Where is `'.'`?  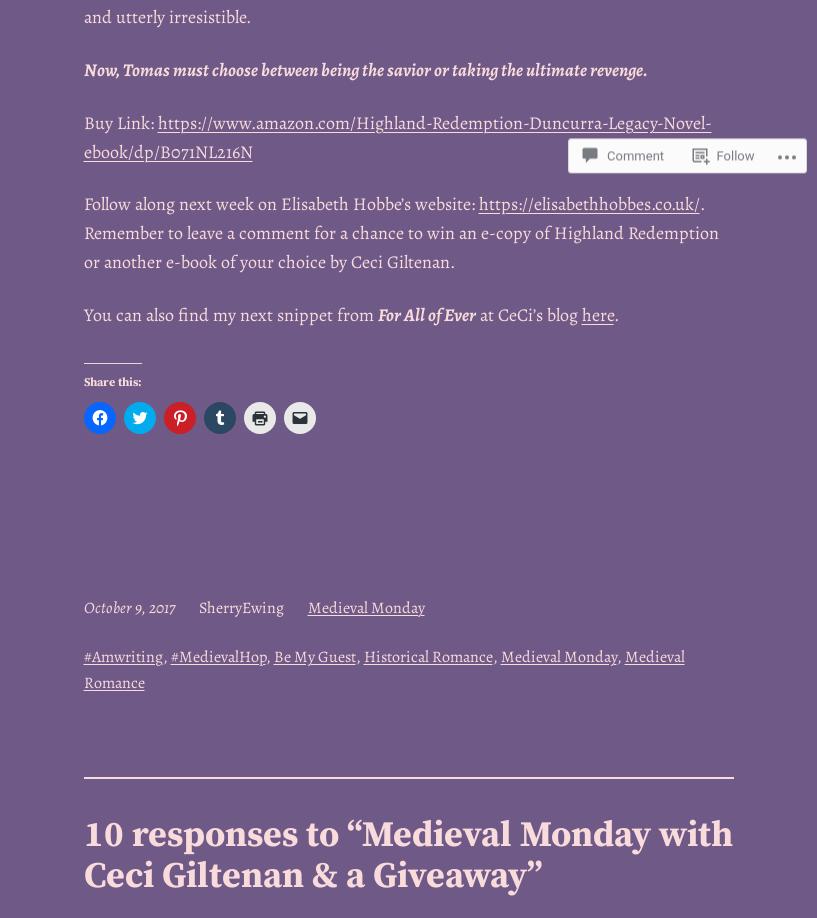 '.' is located at coordinates (615, 313).